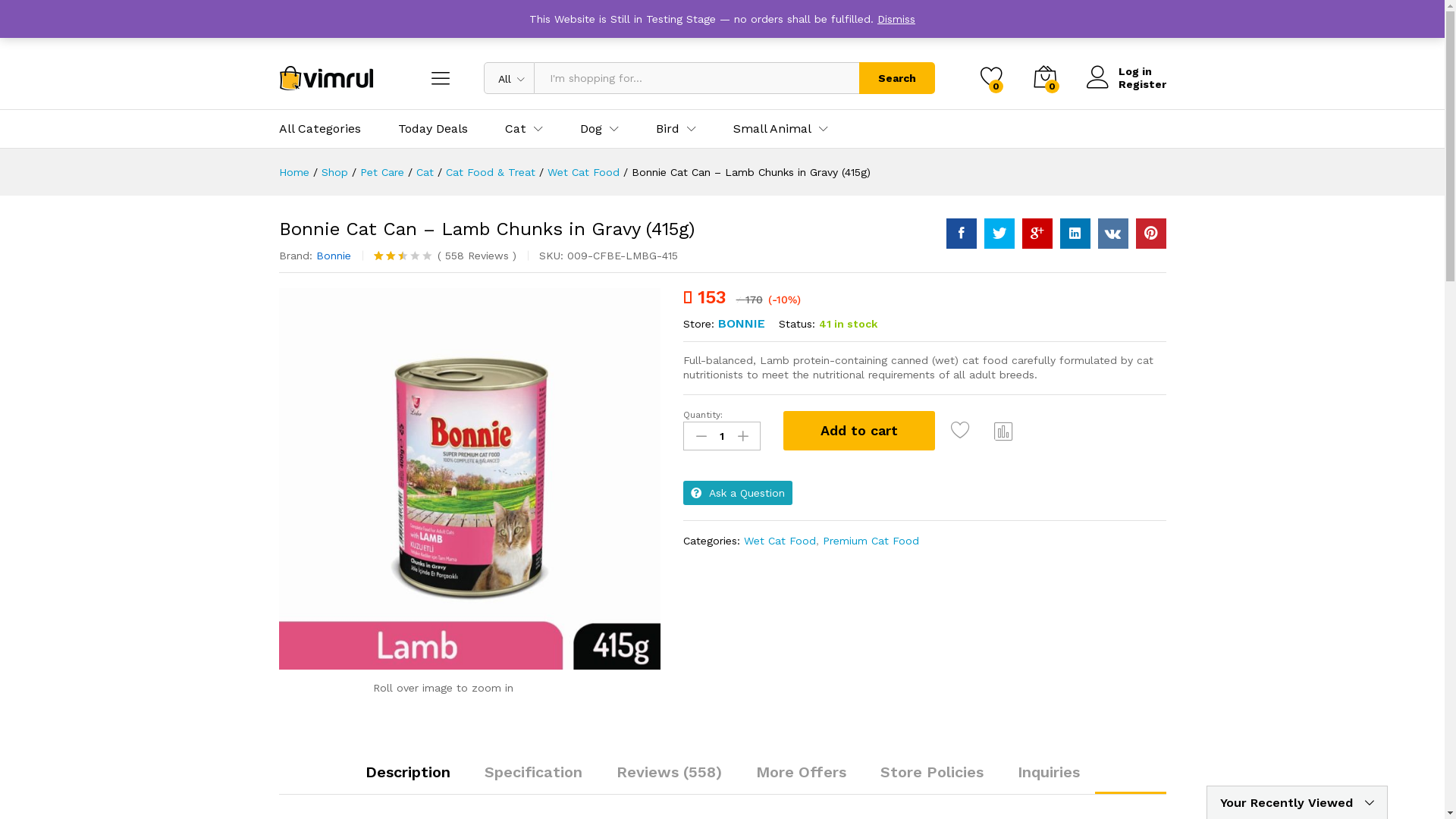 This screenshot has height=819, width=1456. Describe the element at coordinates (331, 254) in the screenshot. I see `'Bonnie'` at that location.